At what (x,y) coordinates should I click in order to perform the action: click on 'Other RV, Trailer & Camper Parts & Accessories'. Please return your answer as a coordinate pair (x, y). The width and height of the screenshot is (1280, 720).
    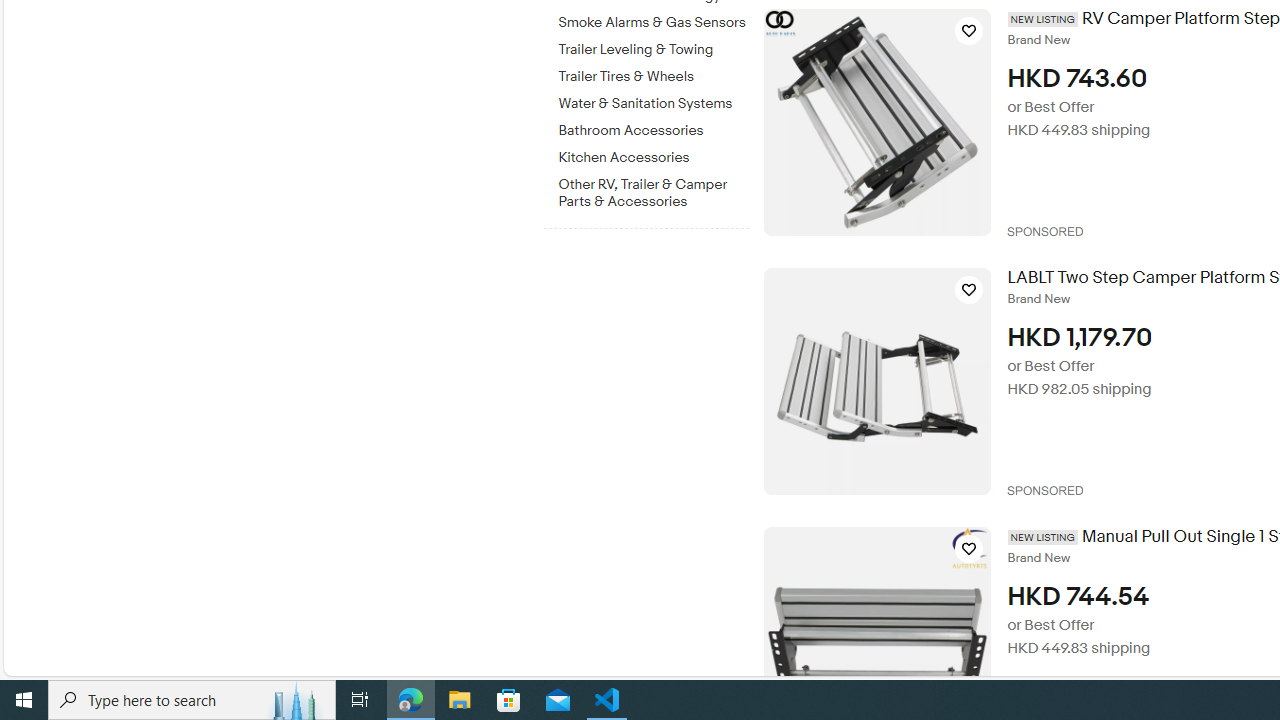
    Looking at the image, I should click on (653, 189).